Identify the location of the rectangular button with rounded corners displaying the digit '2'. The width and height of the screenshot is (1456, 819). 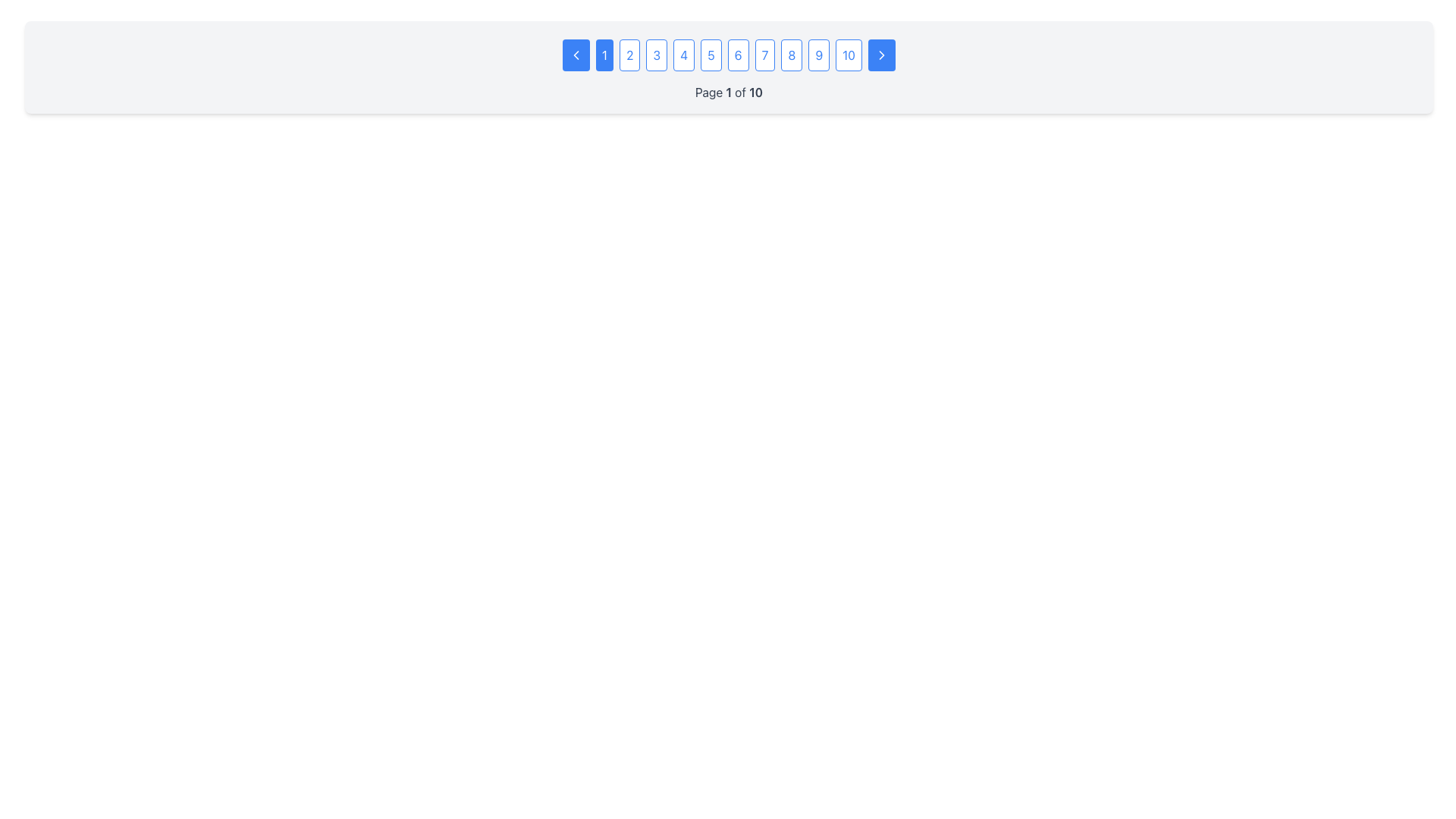
(629, 55).